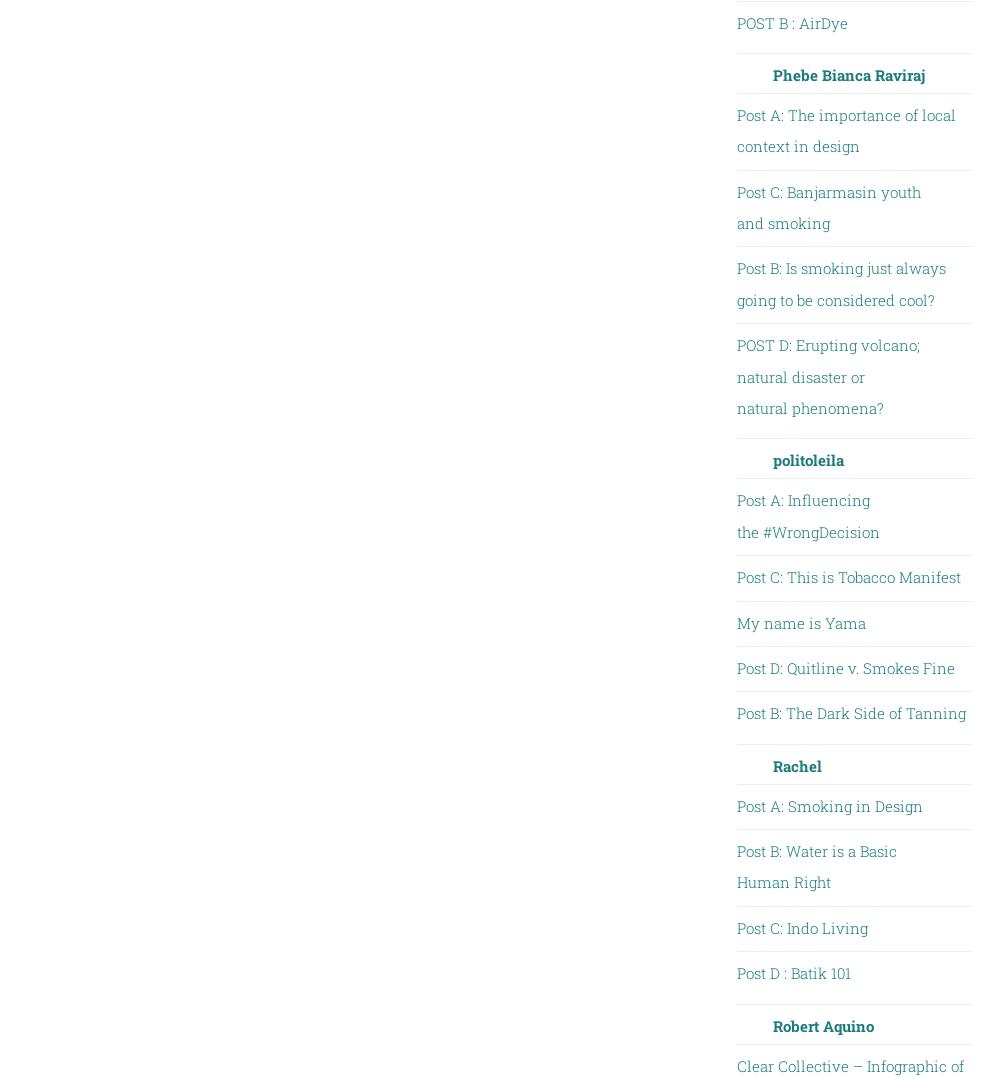 The height and width of the screenshot is (1078, 1000). I want to click on 'POST B : AirDye', so click(791, 20).